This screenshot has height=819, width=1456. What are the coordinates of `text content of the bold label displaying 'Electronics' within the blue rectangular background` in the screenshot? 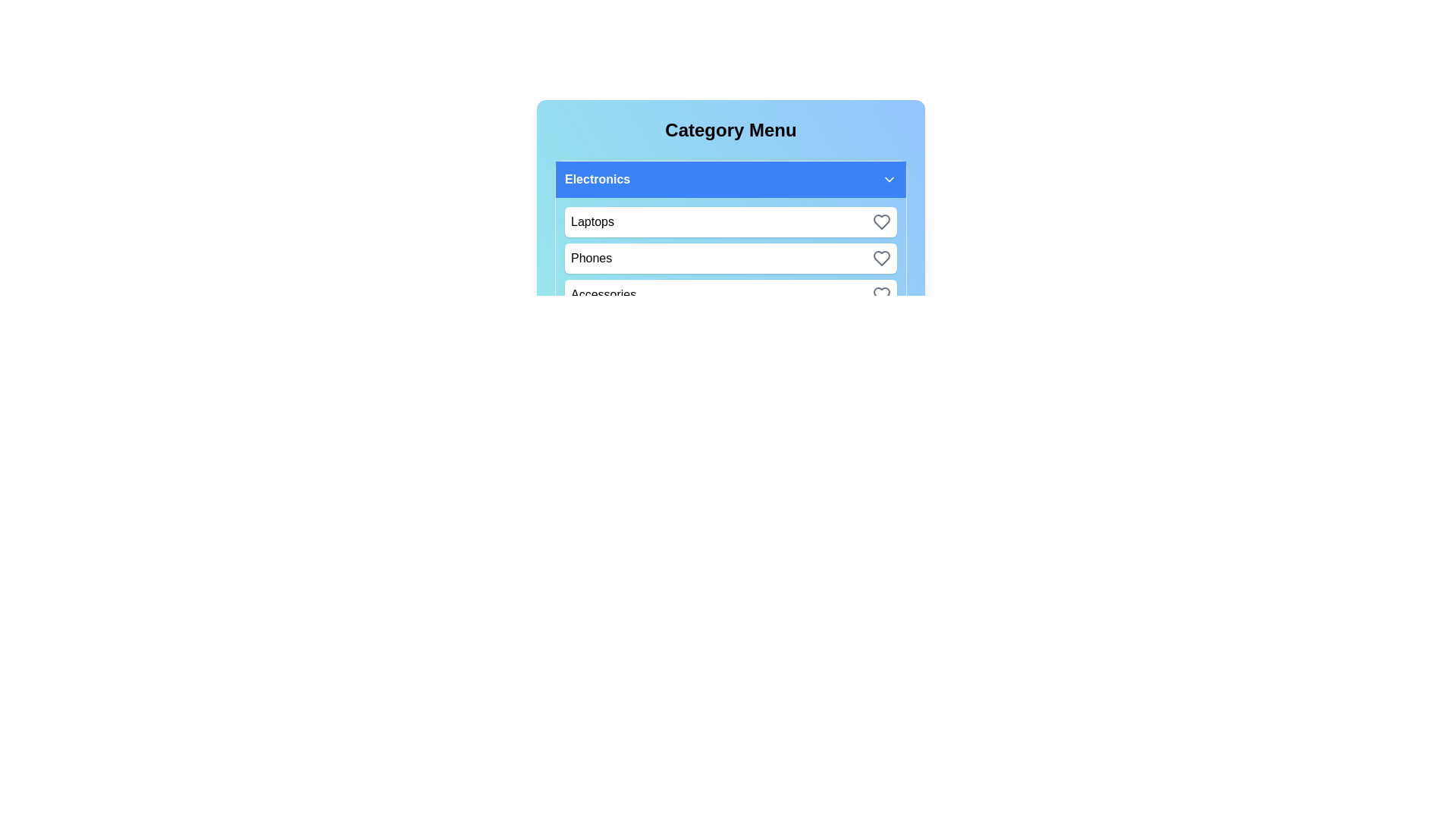 It's located at (597, 178).